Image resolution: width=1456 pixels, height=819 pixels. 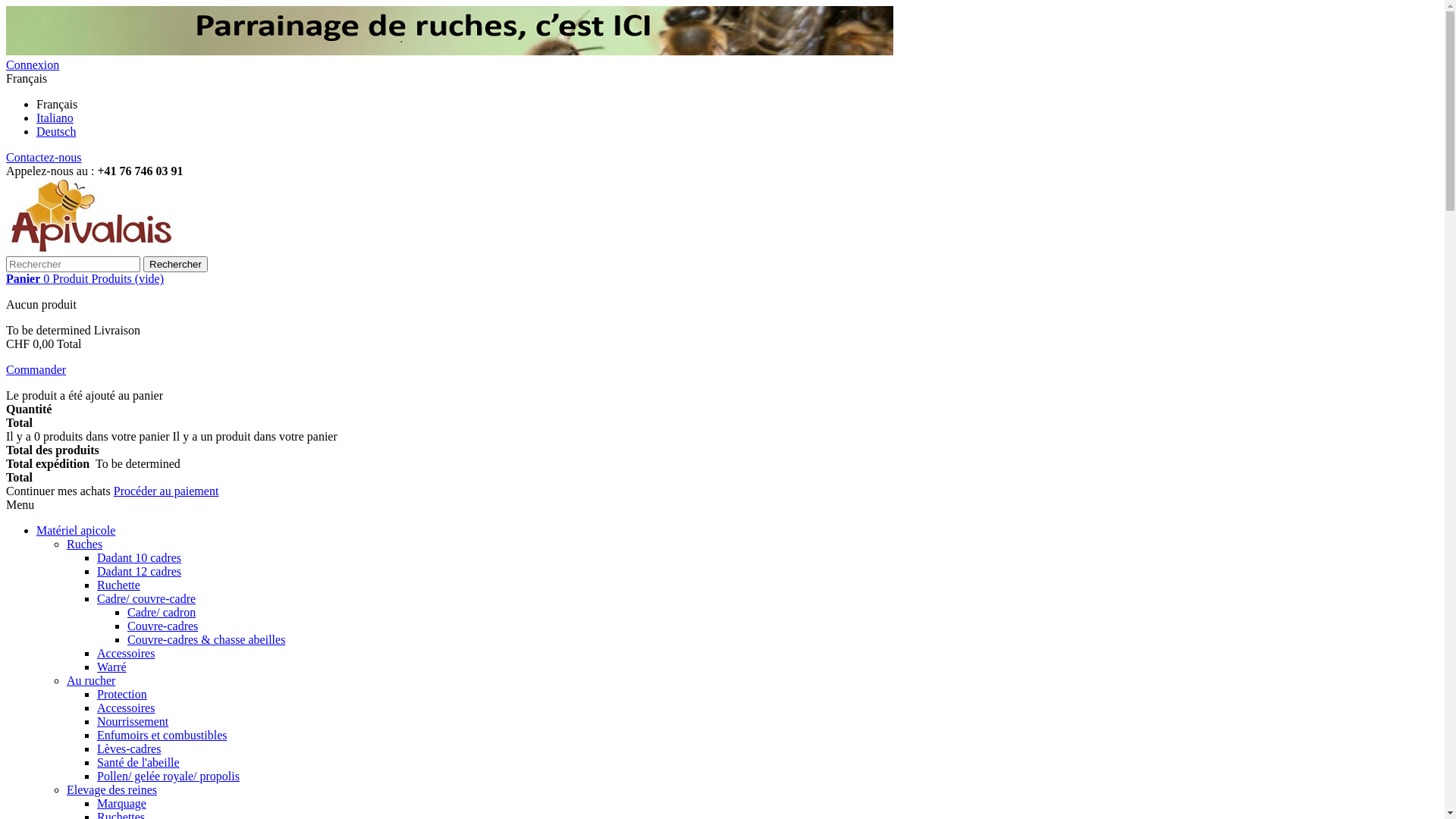 I want to click on 'Contactez-nous', so click(x=43, y=157).